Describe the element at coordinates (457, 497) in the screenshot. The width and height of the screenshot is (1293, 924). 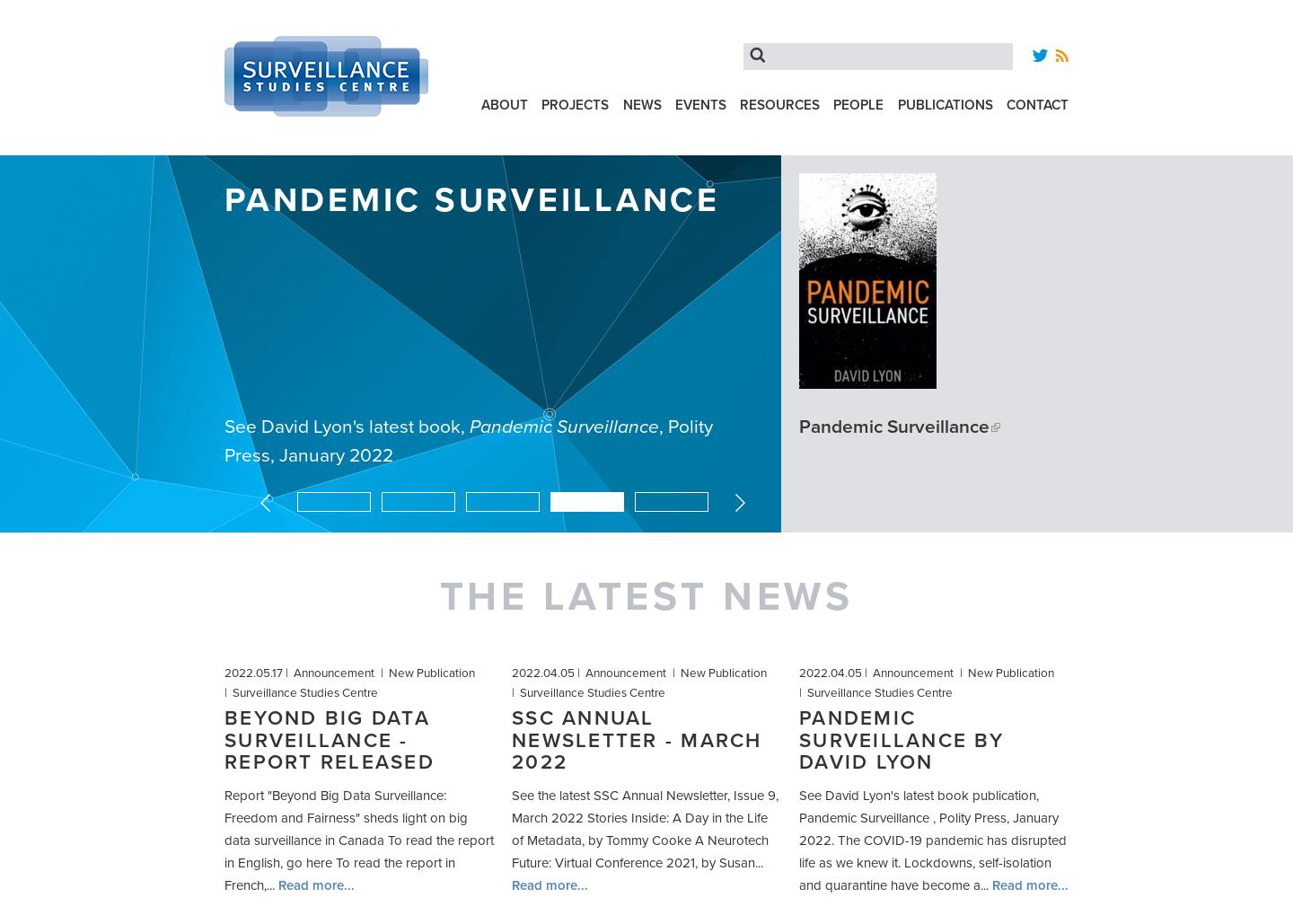
I see `'2'` at that location.